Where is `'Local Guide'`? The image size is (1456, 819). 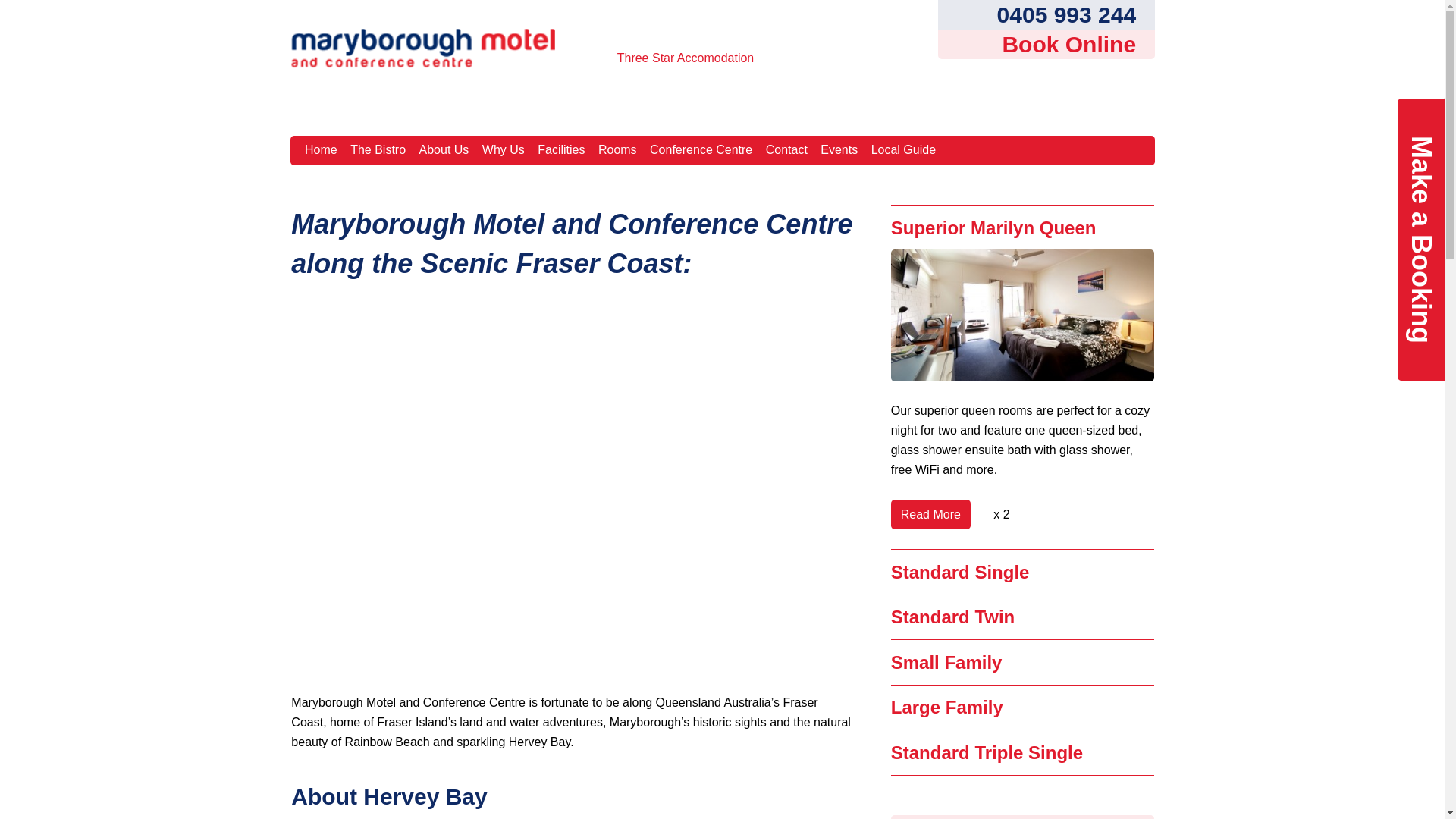 'Local Guide' is located at coordinates (902, 150).